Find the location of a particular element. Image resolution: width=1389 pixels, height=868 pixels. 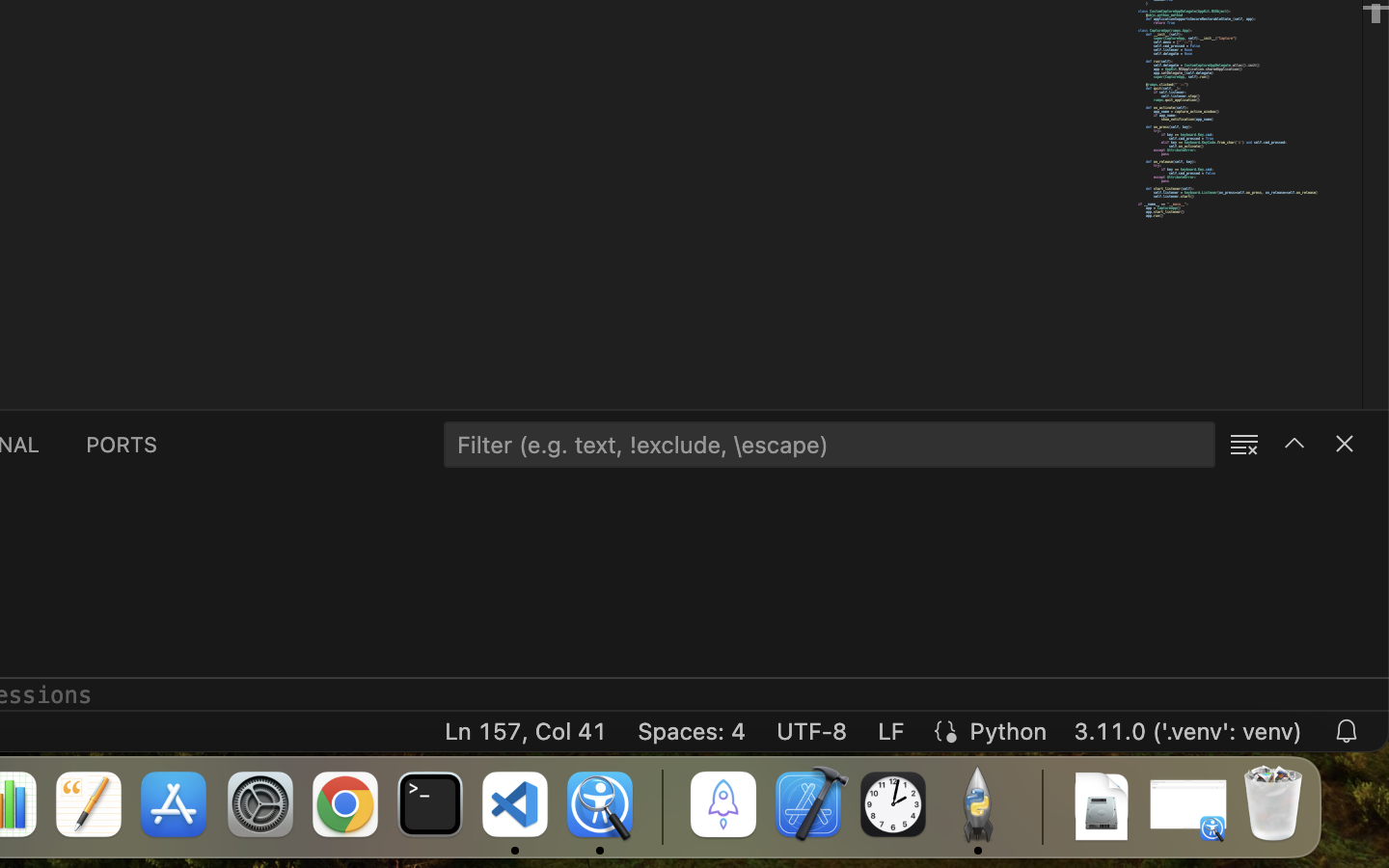

'' is located at coordinates (1293, 442).